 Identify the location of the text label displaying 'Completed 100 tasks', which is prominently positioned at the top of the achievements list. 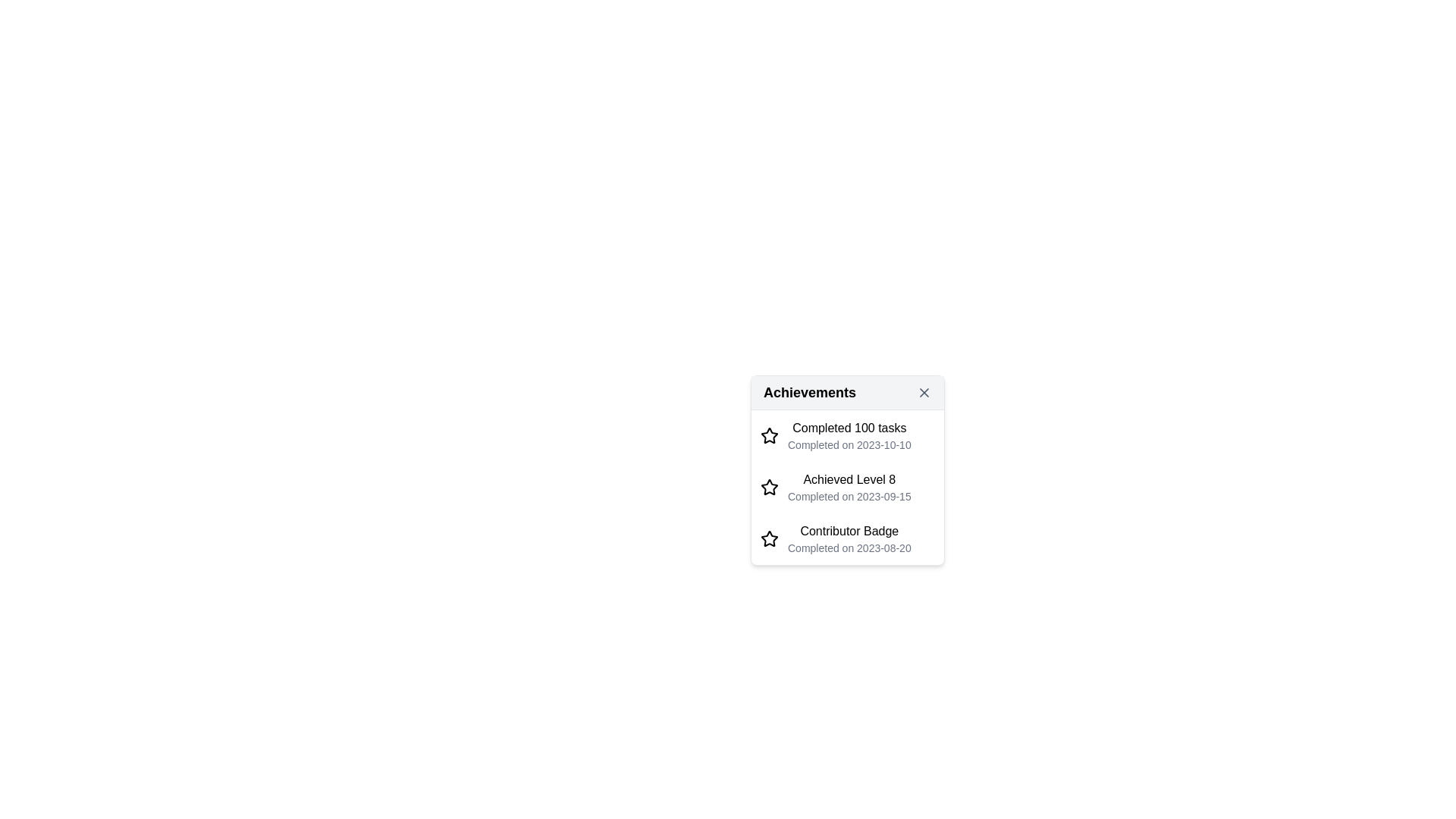
(849, 428).